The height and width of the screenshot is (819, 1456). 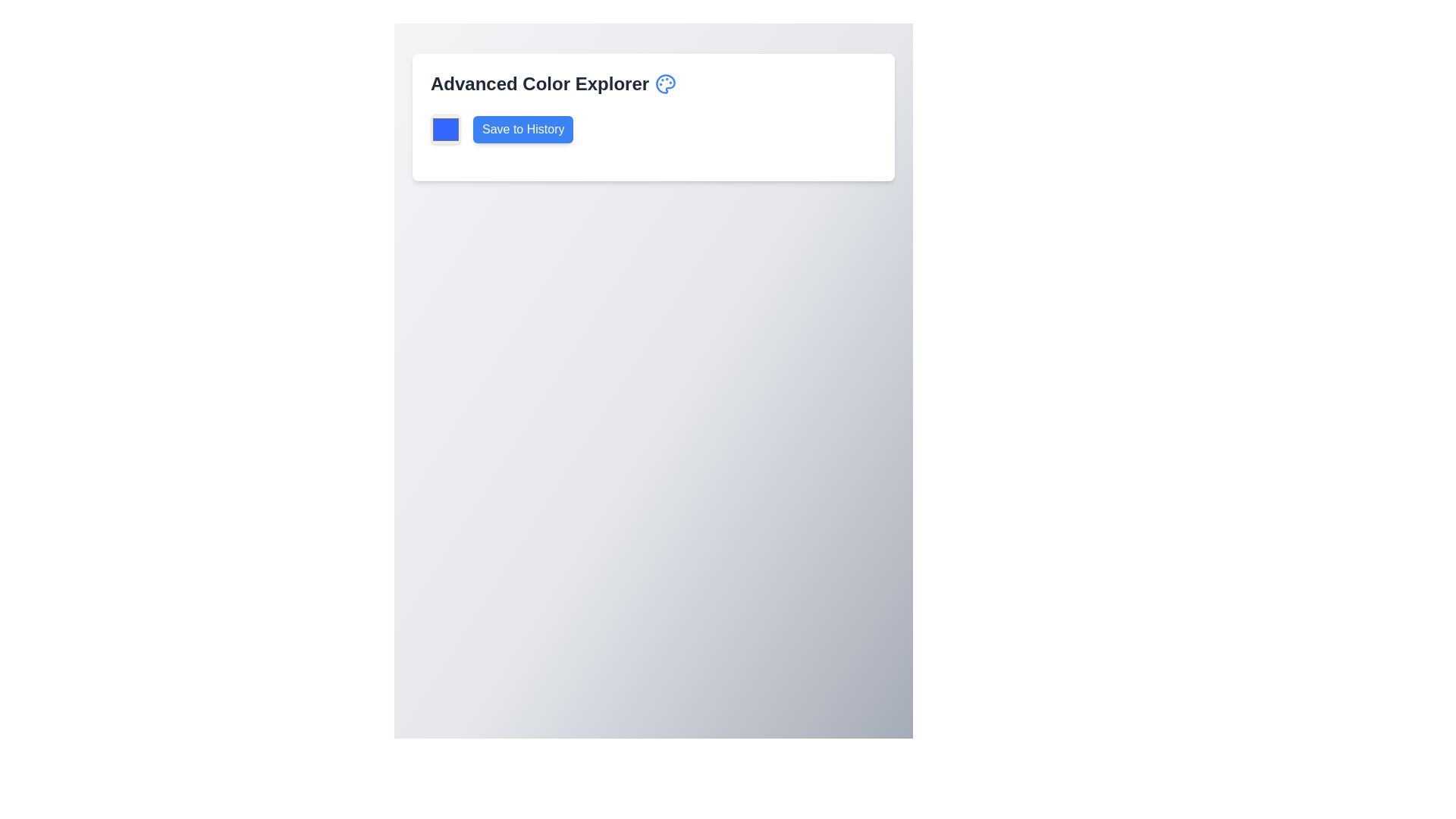 What do you see at coordinates (445, 128) in the screenshot?
I see `the color picker square located to the left of the 'Save to History' button to choose a color` at bounding box center [445, 128].